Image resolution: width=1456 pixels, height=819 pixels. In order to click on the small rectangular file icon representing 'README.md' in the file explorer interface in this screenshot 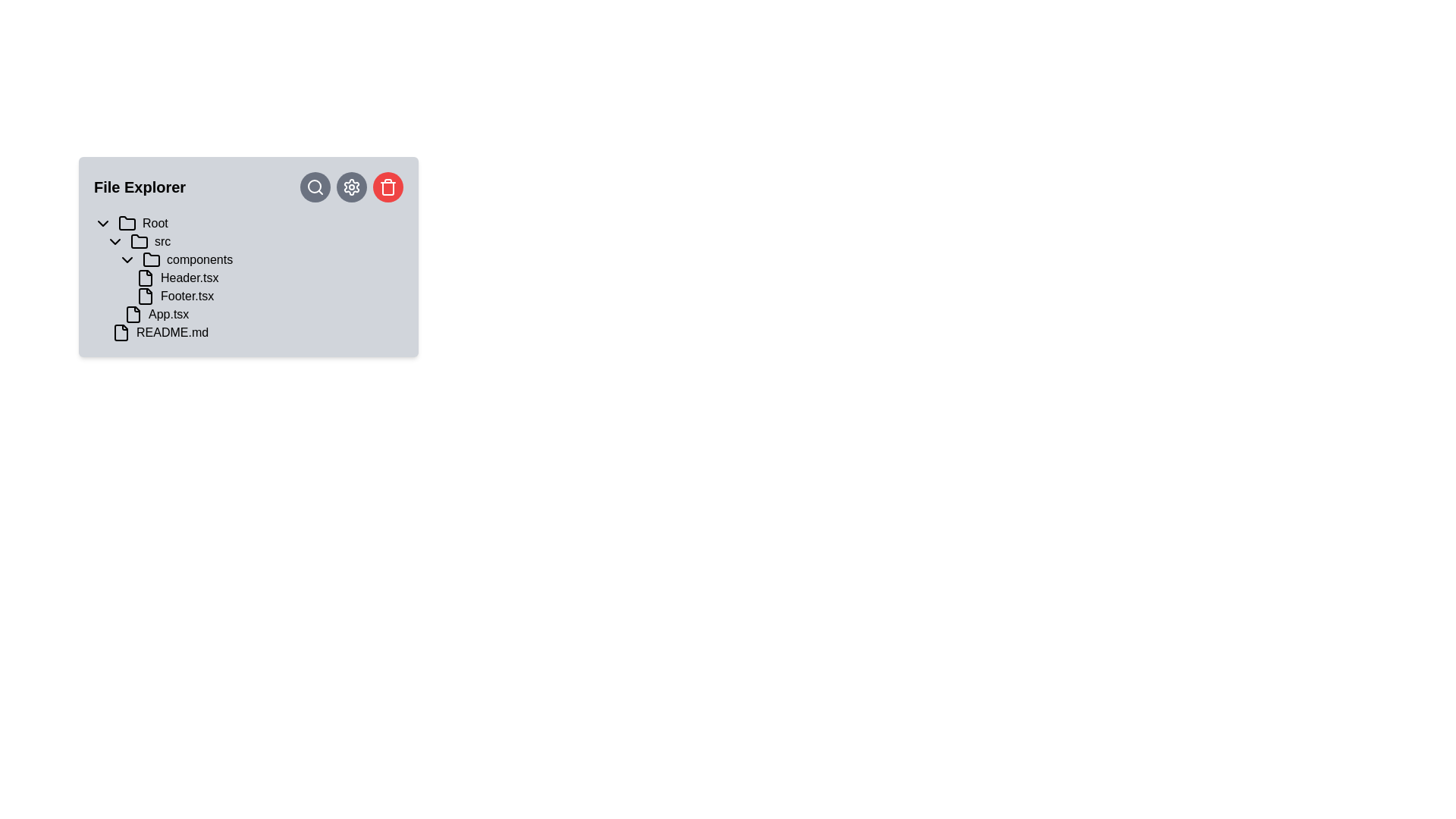, I will do `click(120, 332)`.